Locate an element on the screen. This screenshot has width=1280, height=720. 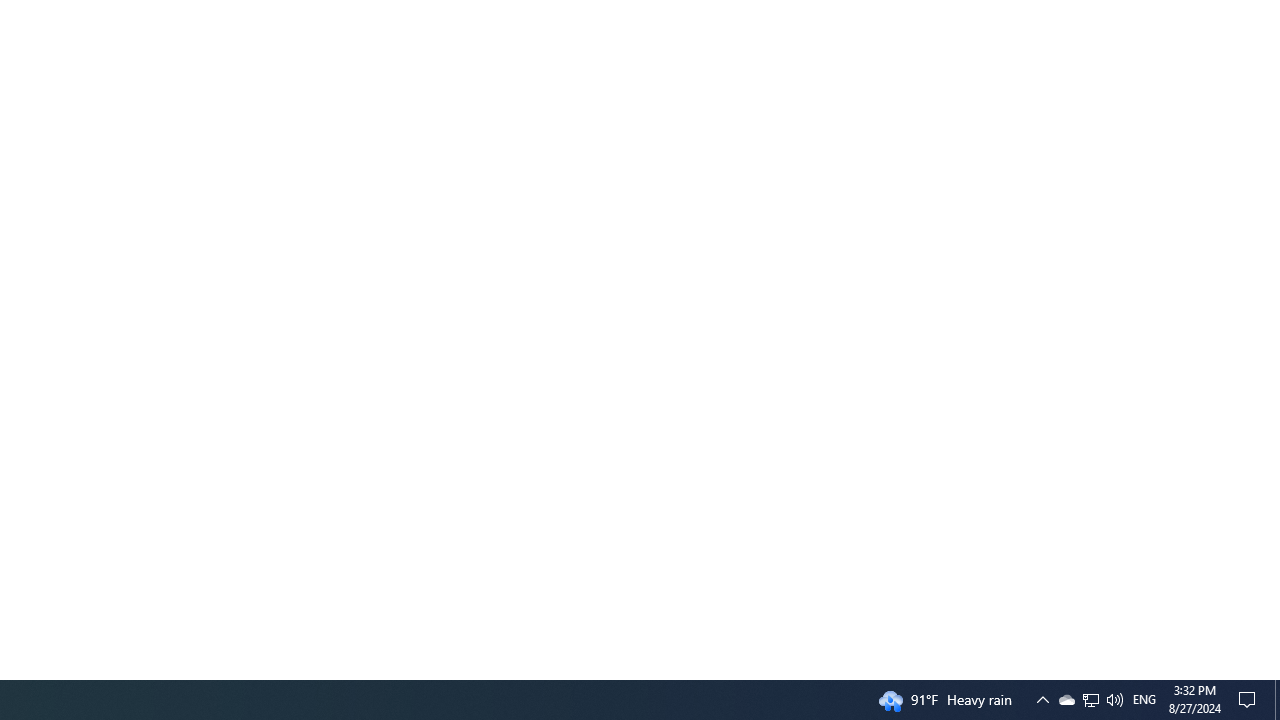
'User Promoted Notification Area' is located at coordinates (1089, 698).